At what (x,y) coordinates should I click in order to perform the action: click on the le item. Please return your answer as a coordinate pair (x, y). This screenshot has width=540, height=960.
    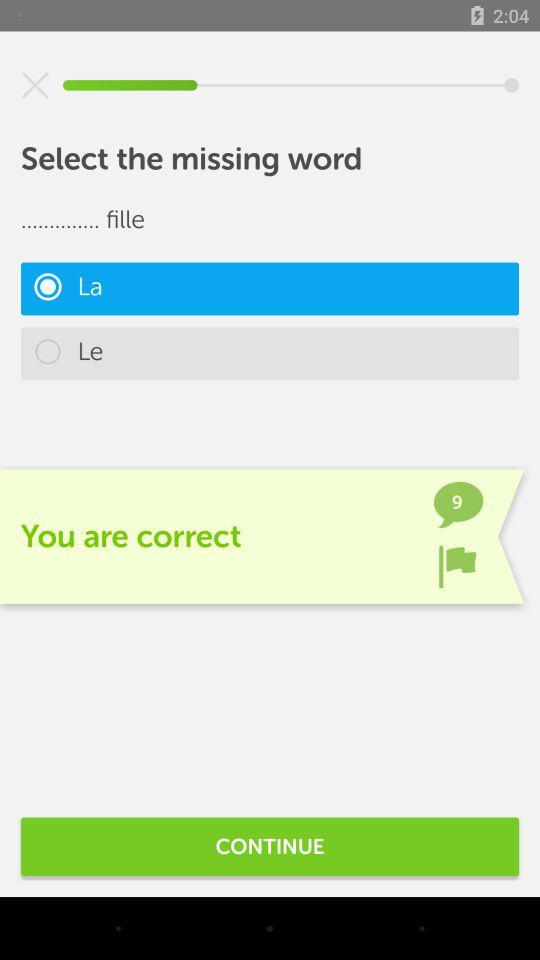
    Looking at the image, I should click on (270, 353).